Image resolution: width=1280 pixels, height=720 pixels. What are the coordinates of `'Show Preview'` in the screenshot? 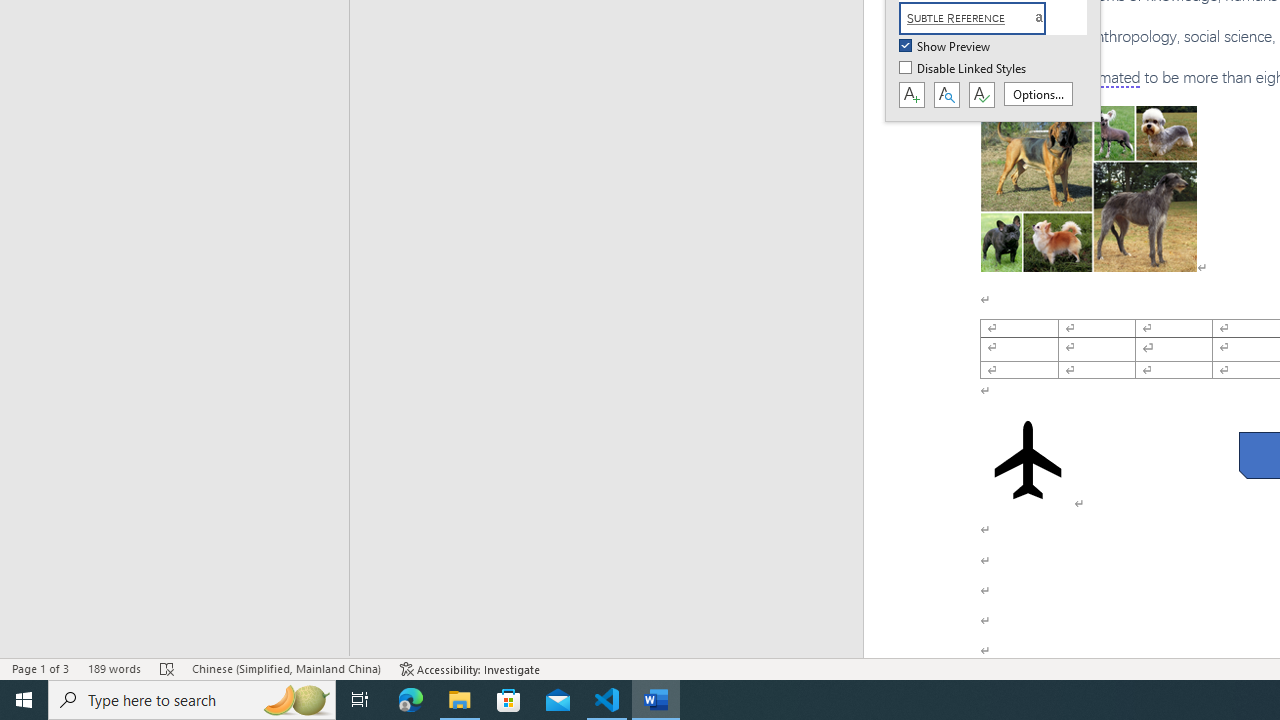 It's located at (945, 46).